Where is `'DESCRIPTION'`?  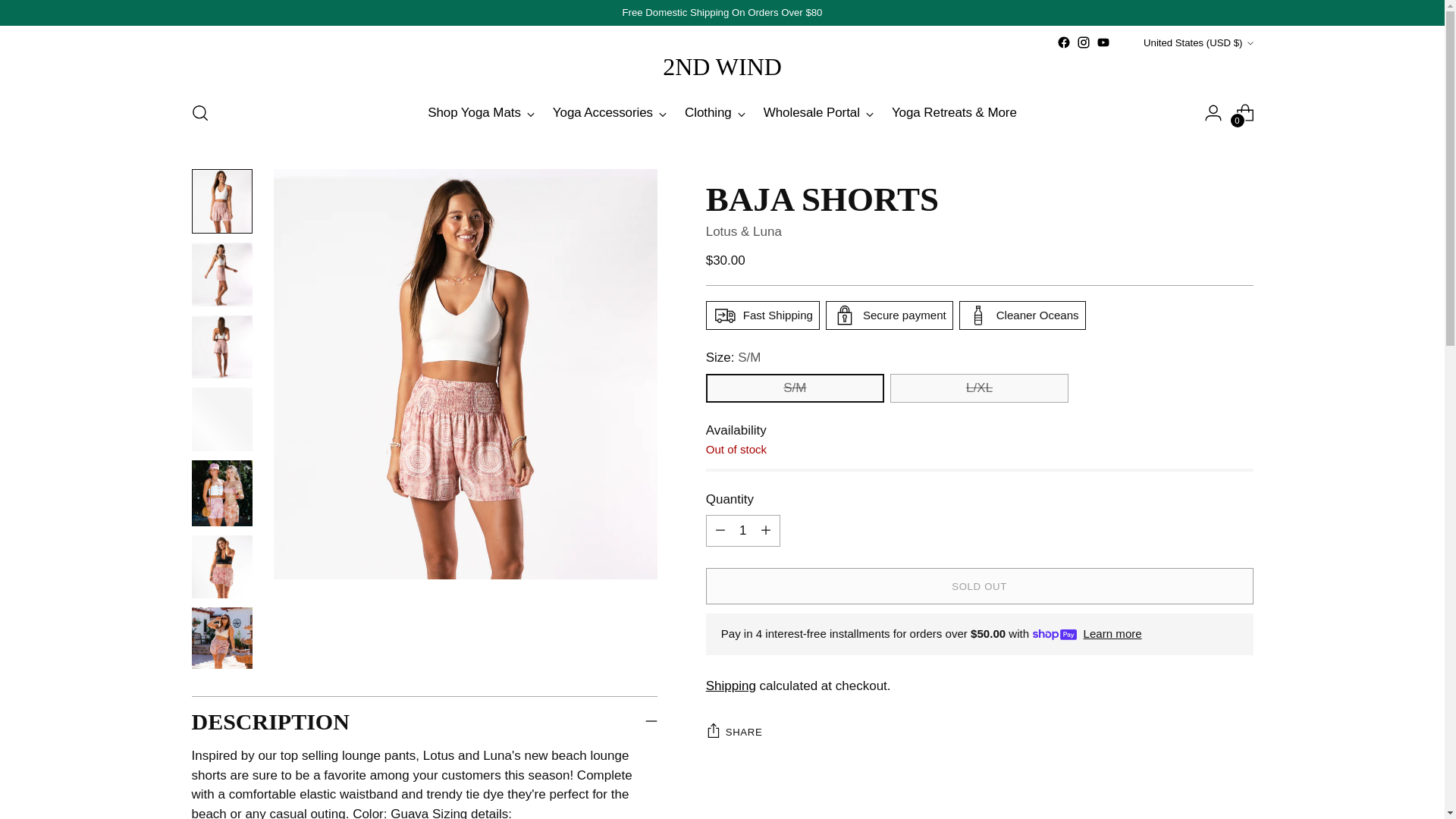 'DESCRIPTION' is located at coordinates (424, 720).